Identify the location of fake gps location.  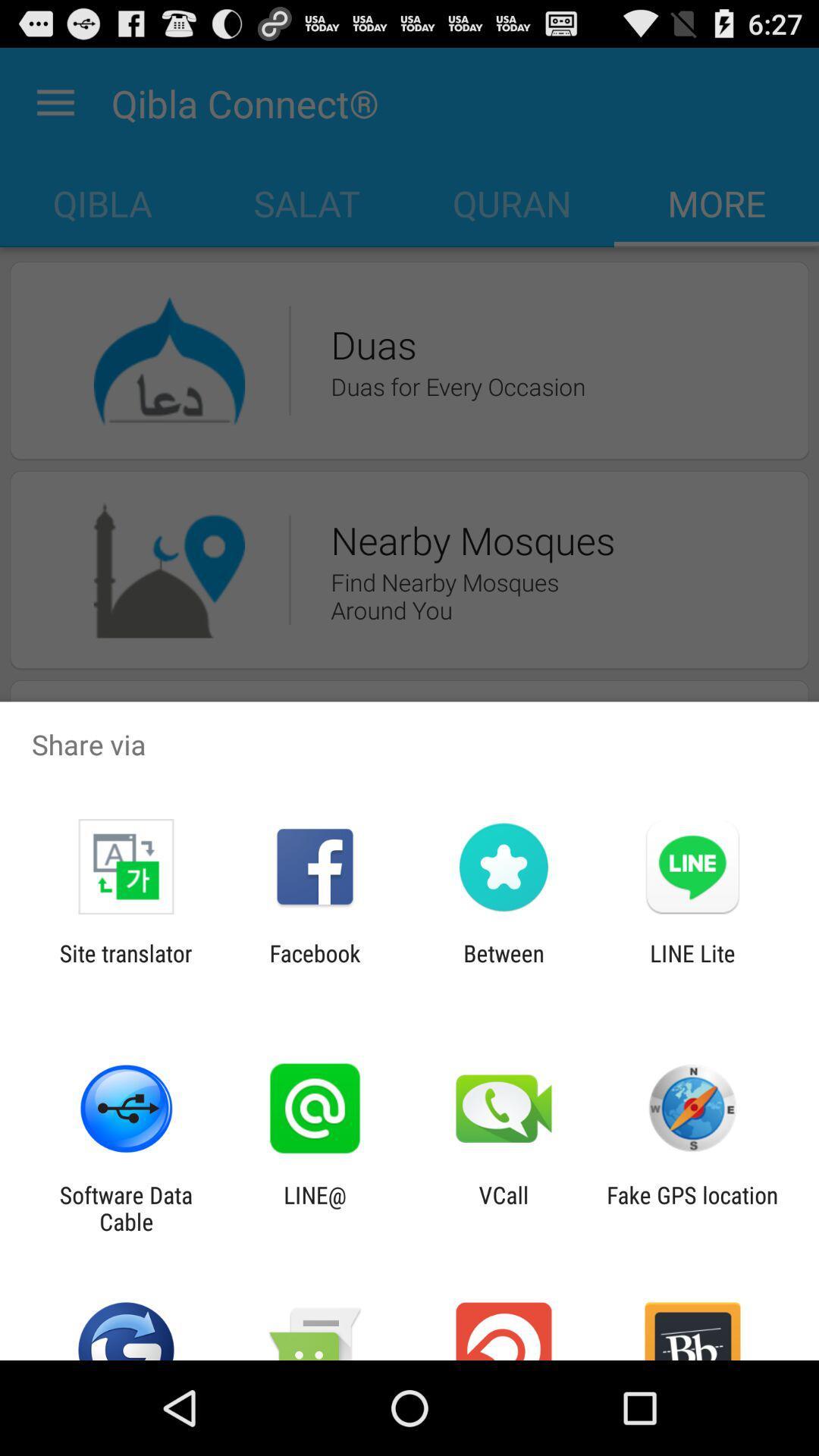
(692, 1207).